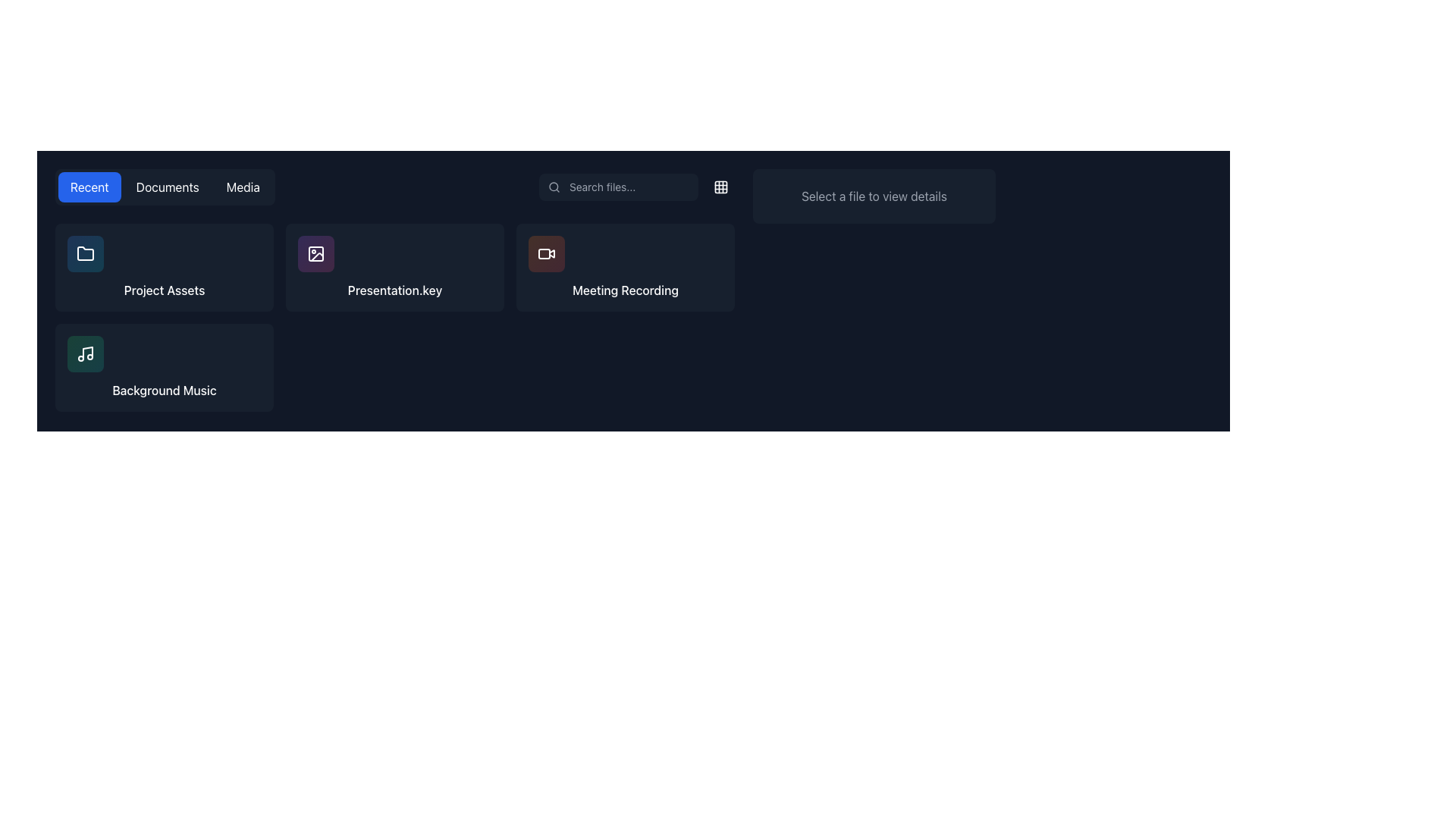 The height and width of the screenshot is (819, 1456). What do you see at coordinates (720, 186) in the screenshot?
I see `the small square with rounded corners located at the center of the 3x3 grid layout in the top-right corner of the interface` at bounding box center [720, 186].